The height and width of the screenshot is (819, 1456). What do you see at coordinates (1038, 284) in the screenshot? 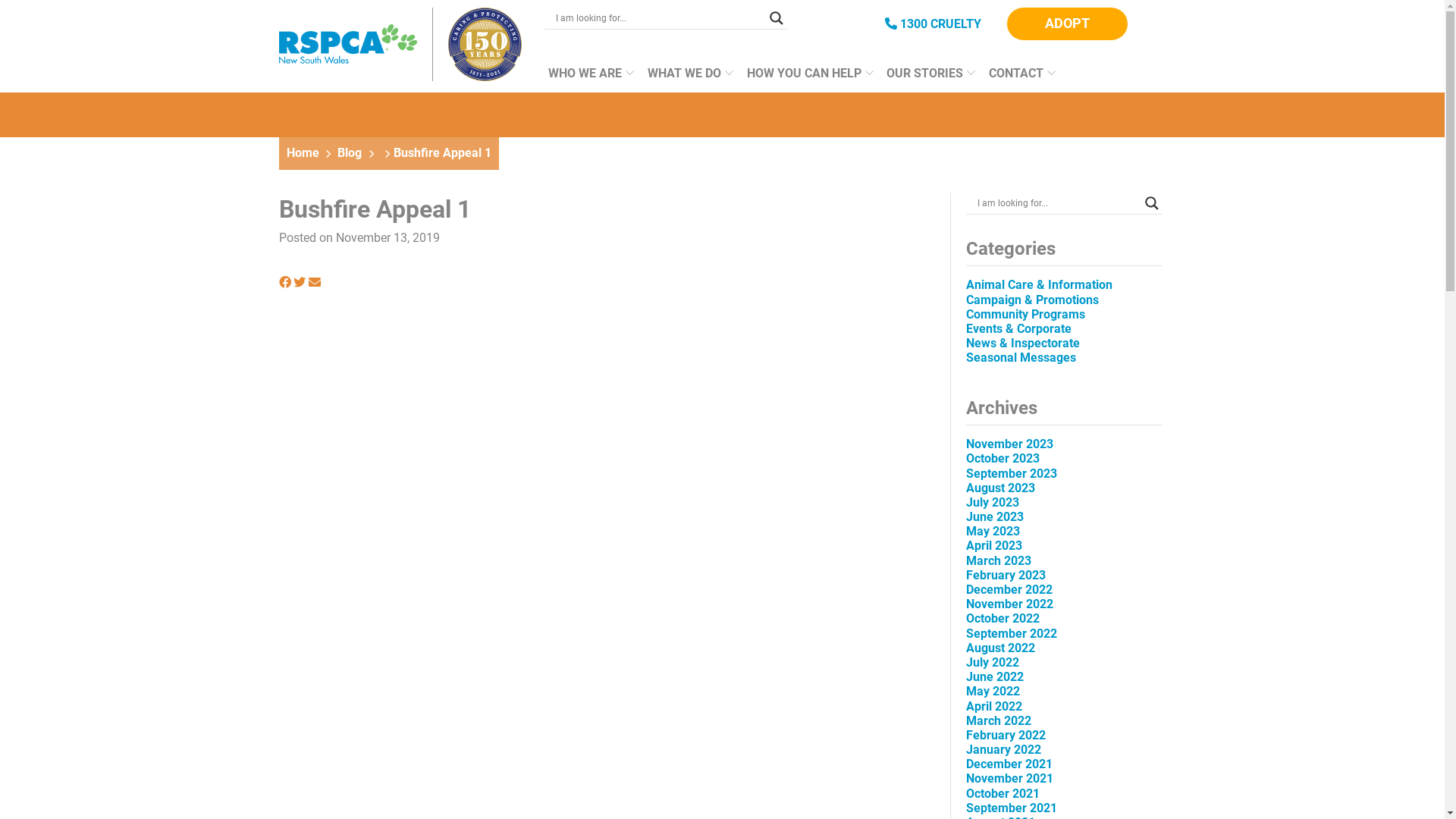
I see `'Animal Care & Information'` at bounding box center [1038, 284].